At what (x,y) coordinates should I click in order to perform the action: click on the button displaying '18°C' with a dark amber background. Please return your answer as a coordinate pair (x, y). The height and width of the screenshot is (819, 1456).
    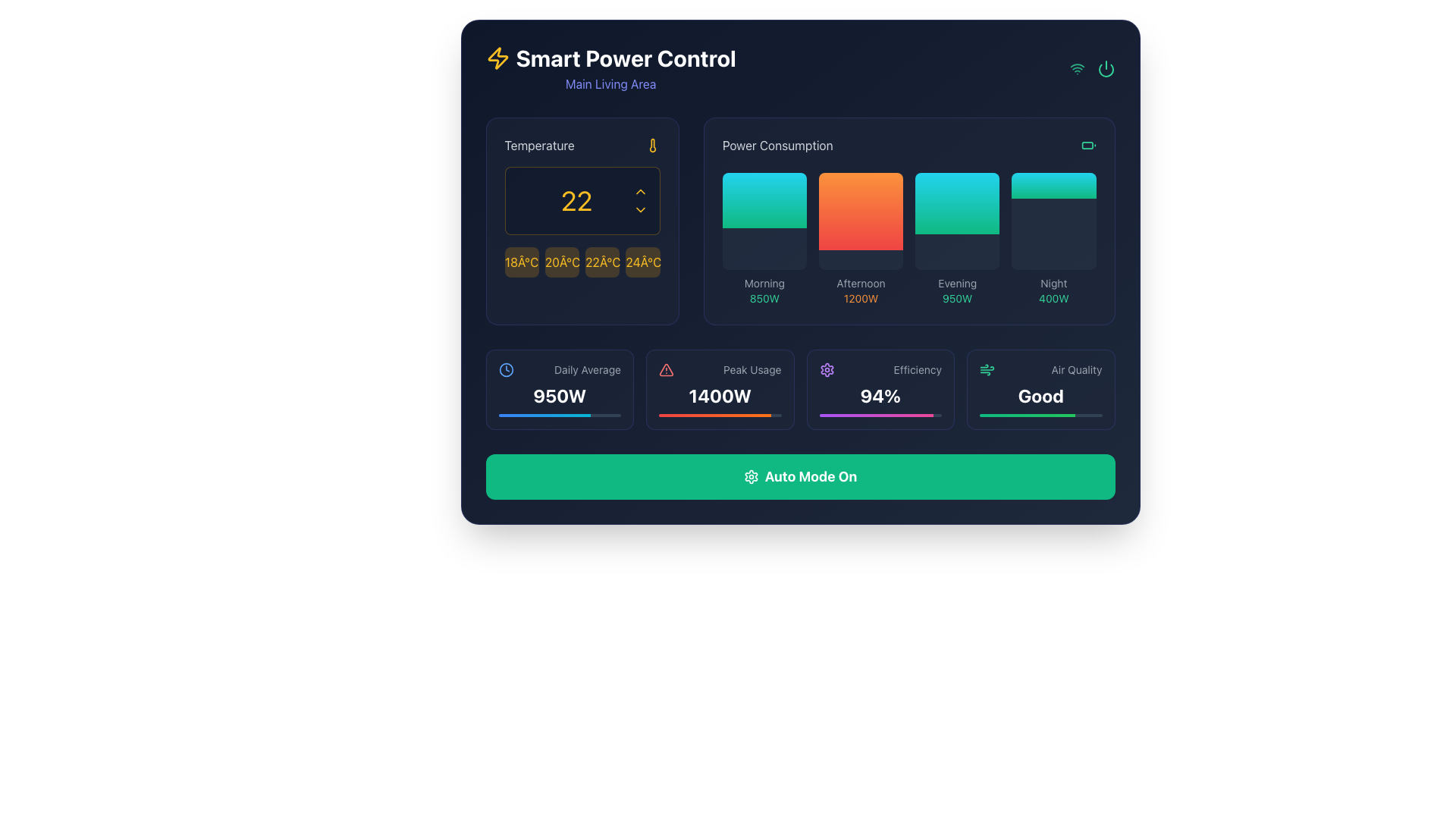
    Looking at the image, I should click on (522, 262).